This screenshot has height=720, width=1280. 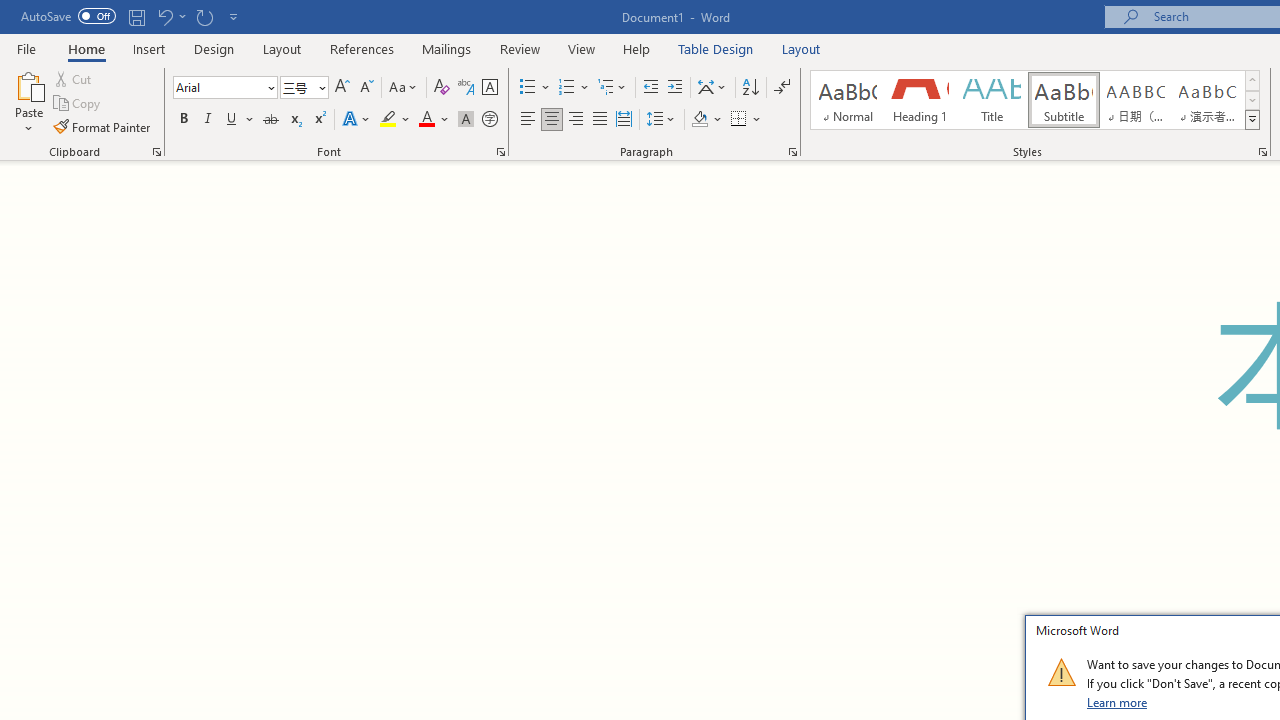 I want to click on 'Text Highlight Color Yellow', so click(x=388, y=119).